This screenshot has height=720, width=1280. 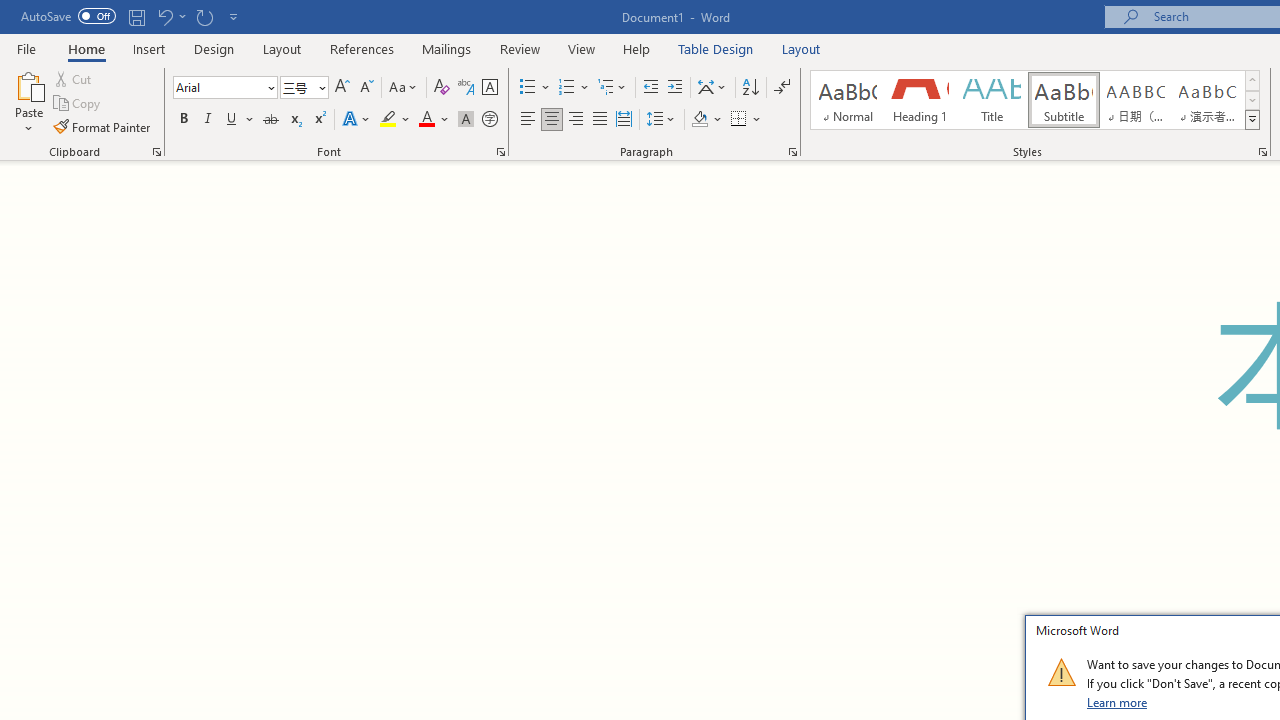 I want to click on 'Text Highlight Color Yellow', so click(x=388, y=119).